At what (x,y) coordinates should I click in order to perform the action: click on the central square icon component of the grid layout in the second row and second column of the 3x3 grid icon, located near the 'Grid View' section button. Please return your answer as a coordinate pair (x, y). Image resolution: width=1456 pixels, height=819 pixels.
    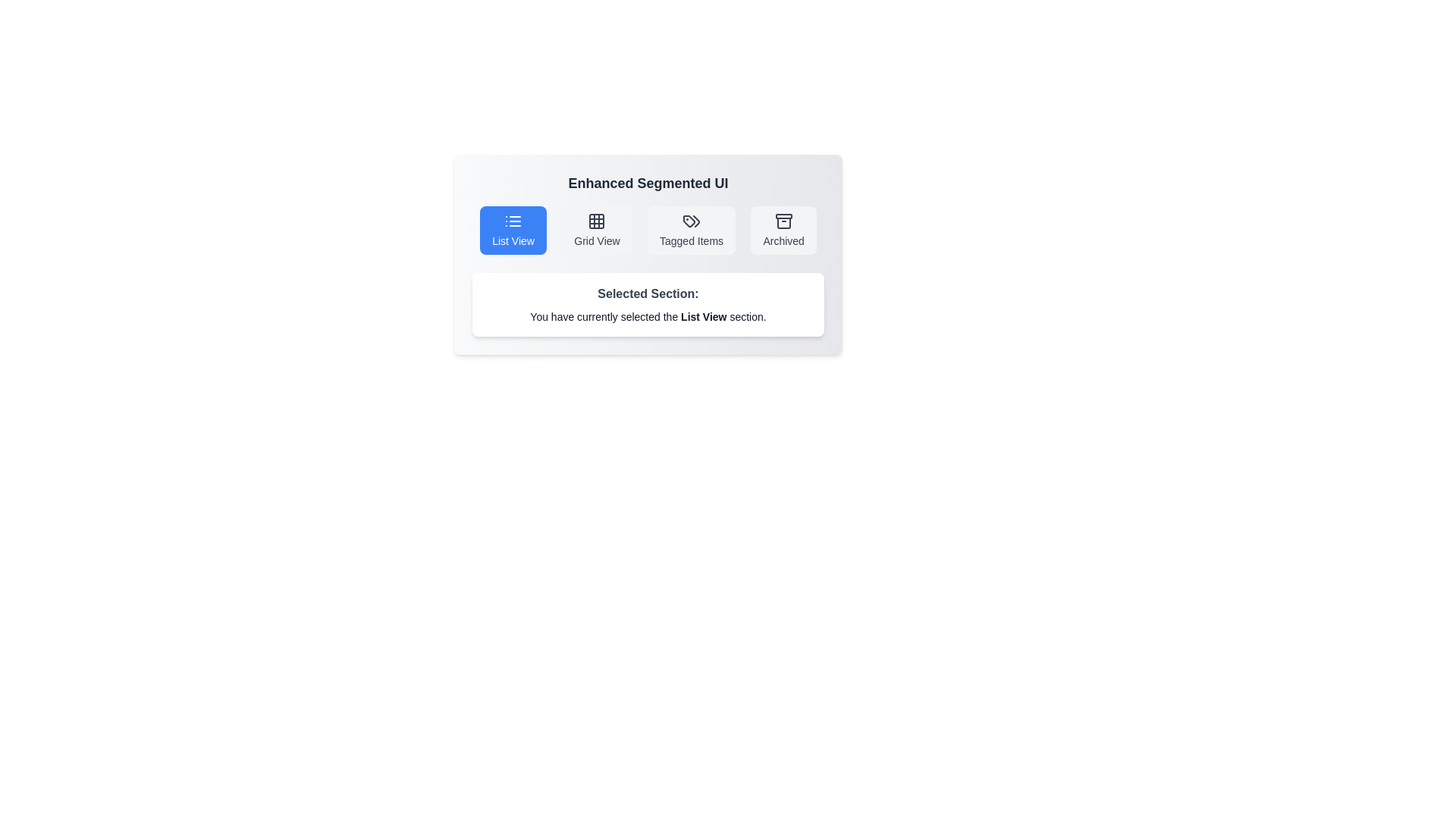
    Looking at the image, I should click on (596, 221).